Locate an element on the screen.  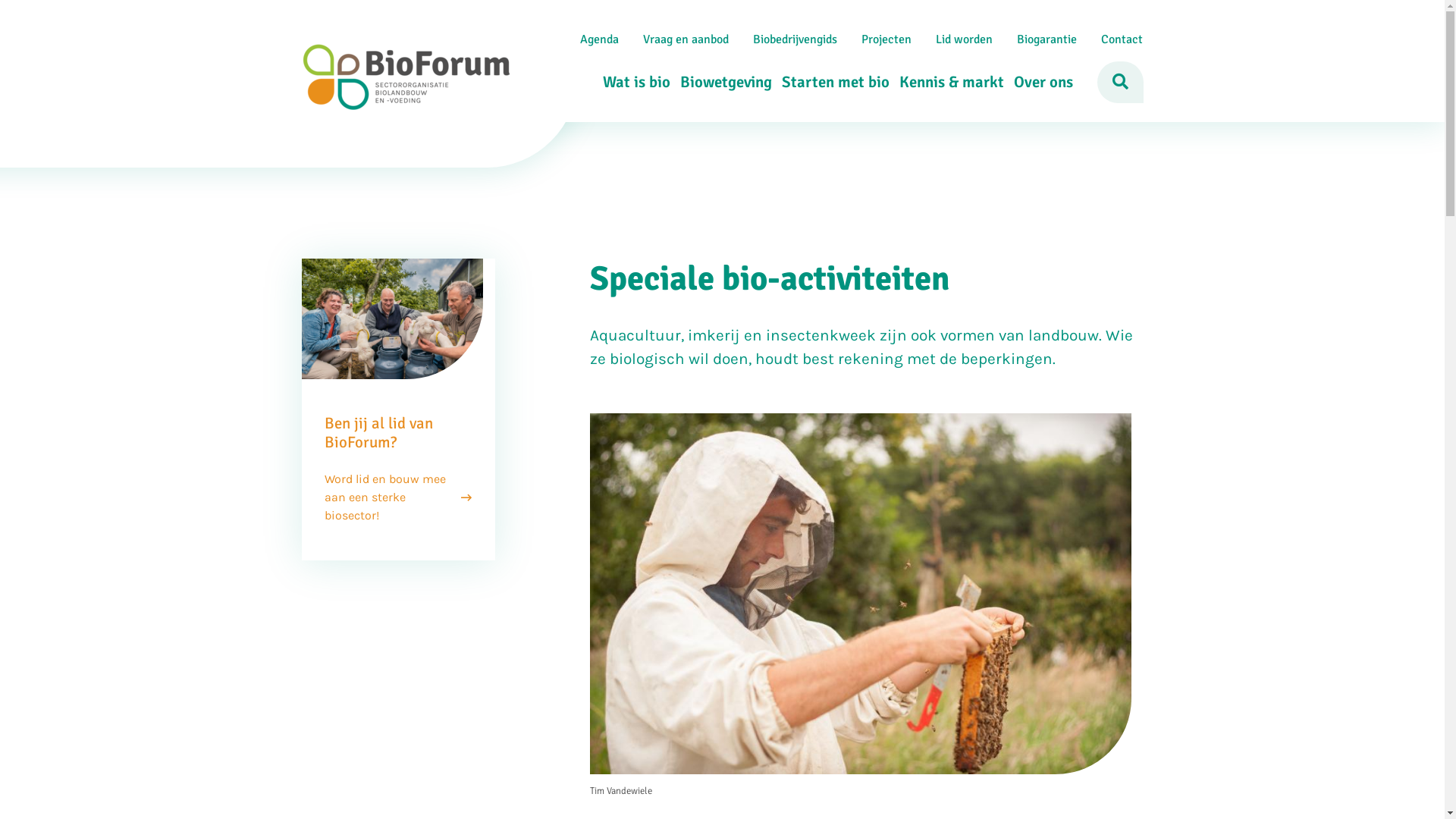
'Projecten' is located at coordinates (886, 38).